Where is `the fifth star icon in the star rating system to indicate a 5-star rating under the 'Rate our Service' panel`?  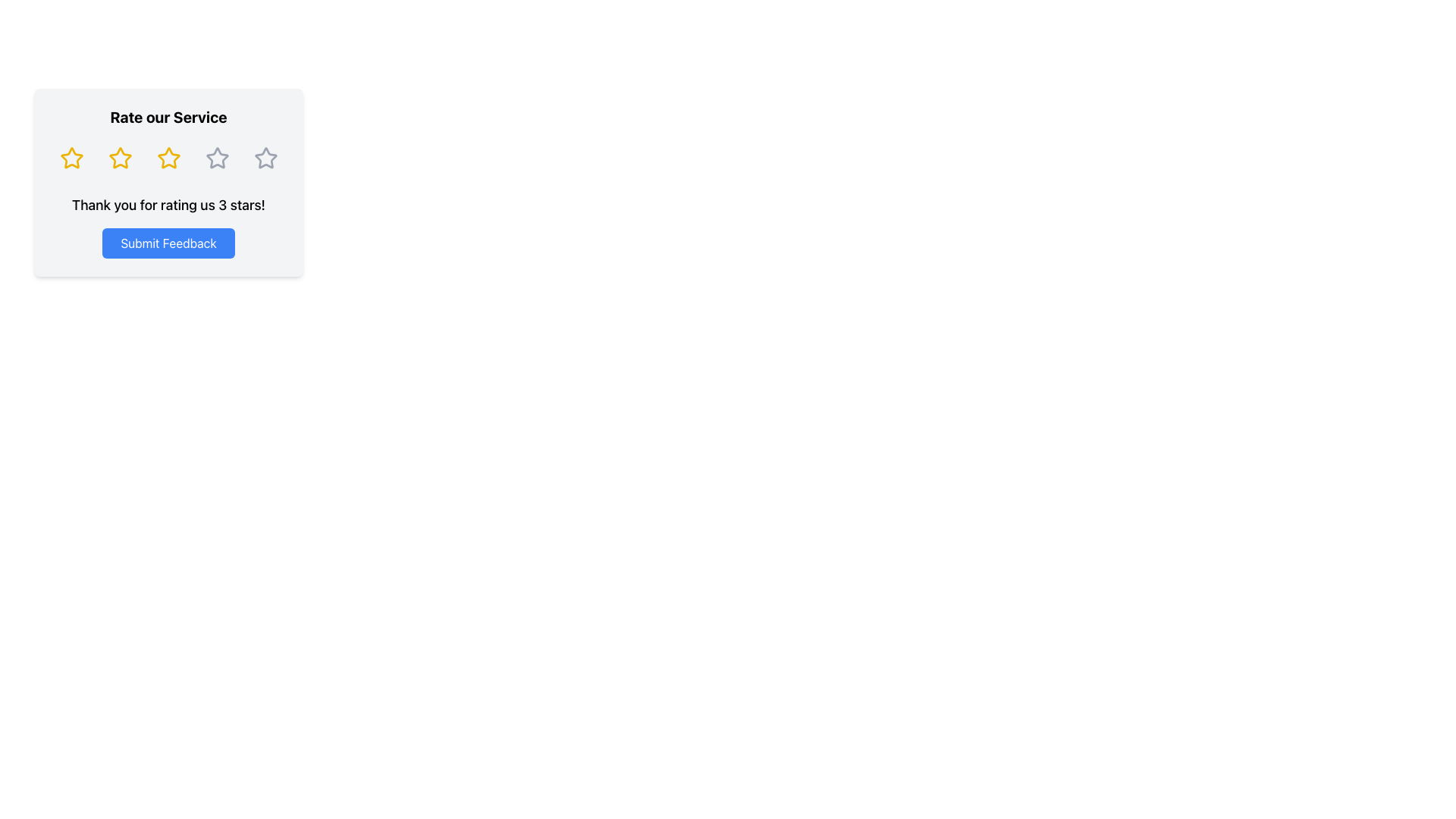
the fifth star icon in the star rating system to indicate a 5-star rating under the 'Rate our Service' panel is located at coordinates (265, 158).